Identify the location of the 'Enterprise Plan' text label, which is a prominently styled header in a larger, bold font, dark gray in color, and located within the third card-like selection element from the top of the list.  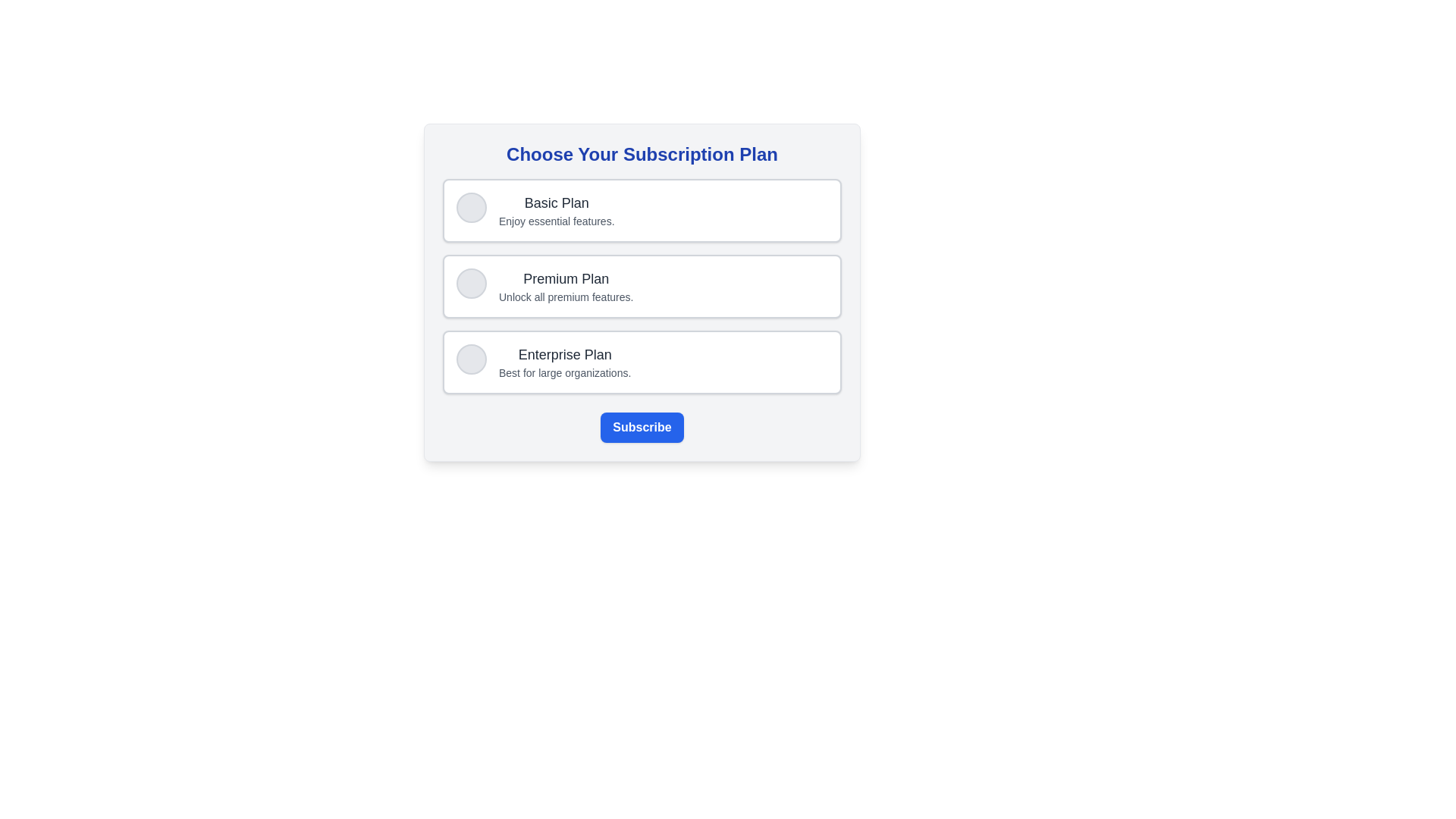
(564, 354).